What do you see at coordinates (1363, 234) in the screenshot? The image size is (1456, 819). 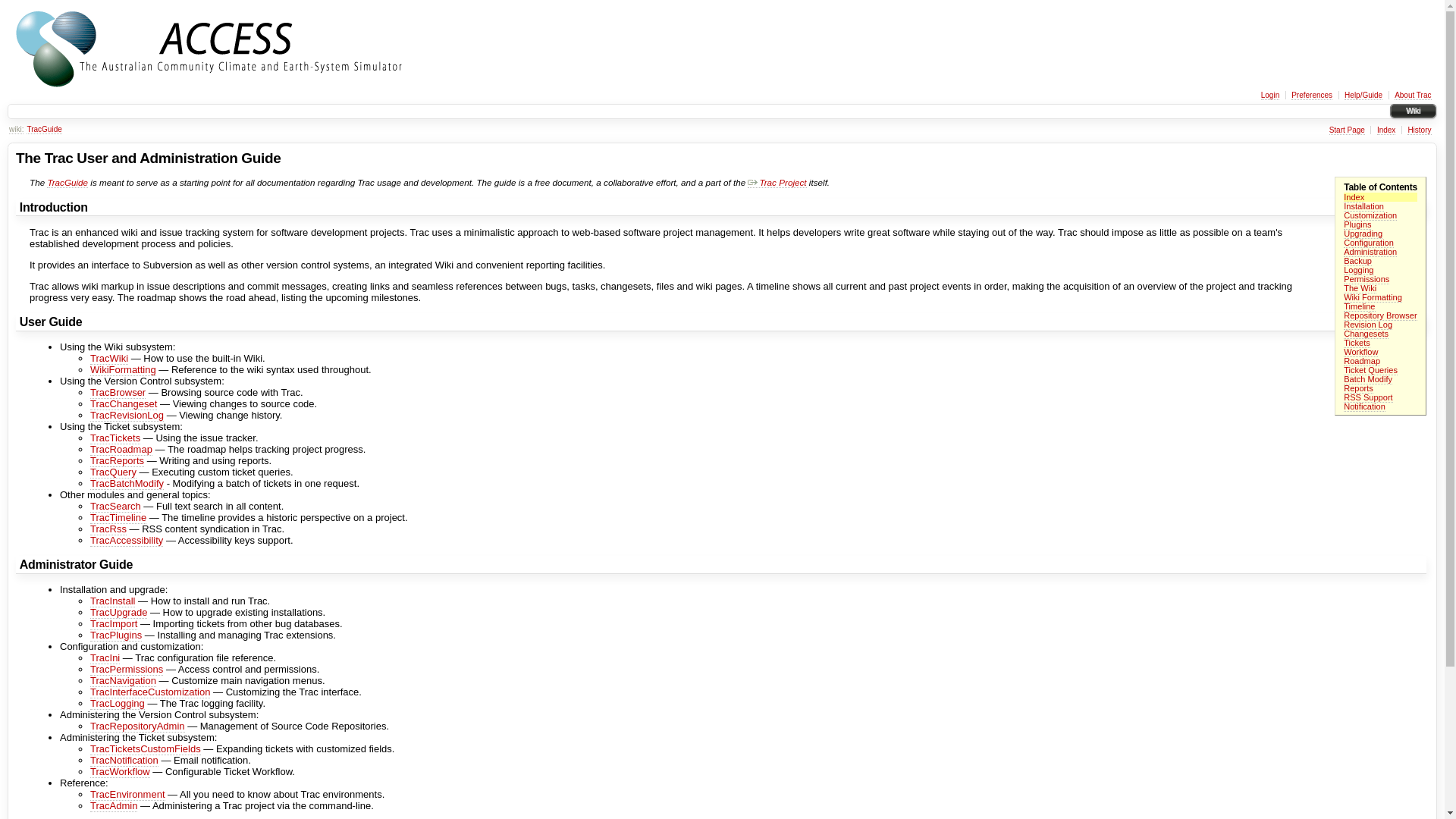 I see `'Upgrading'` at bounding box center [1363, 234].